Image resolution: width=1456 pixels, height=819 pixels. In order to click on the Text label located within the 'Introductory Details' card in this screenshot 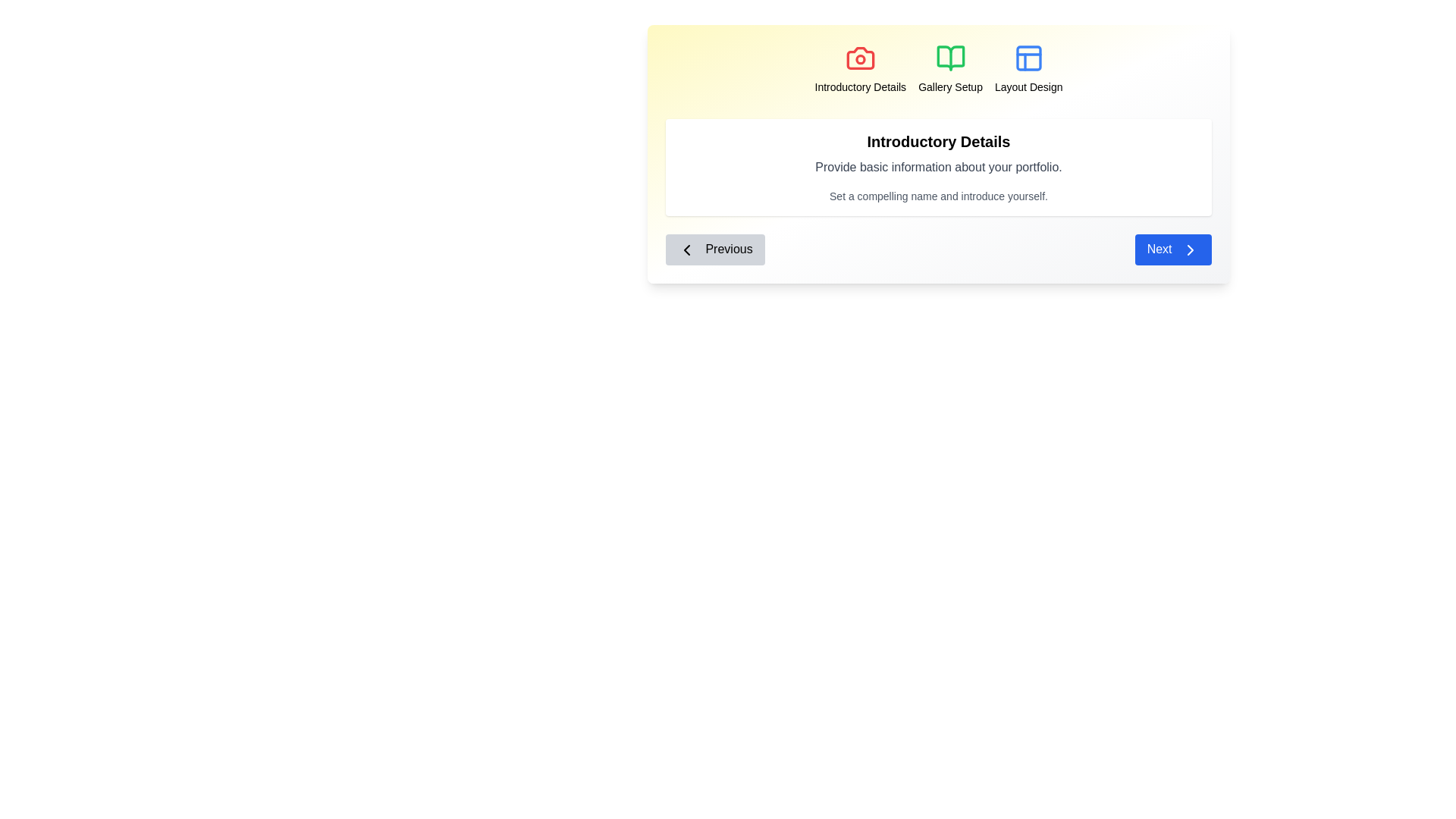, I will do `click(938, 167)`.